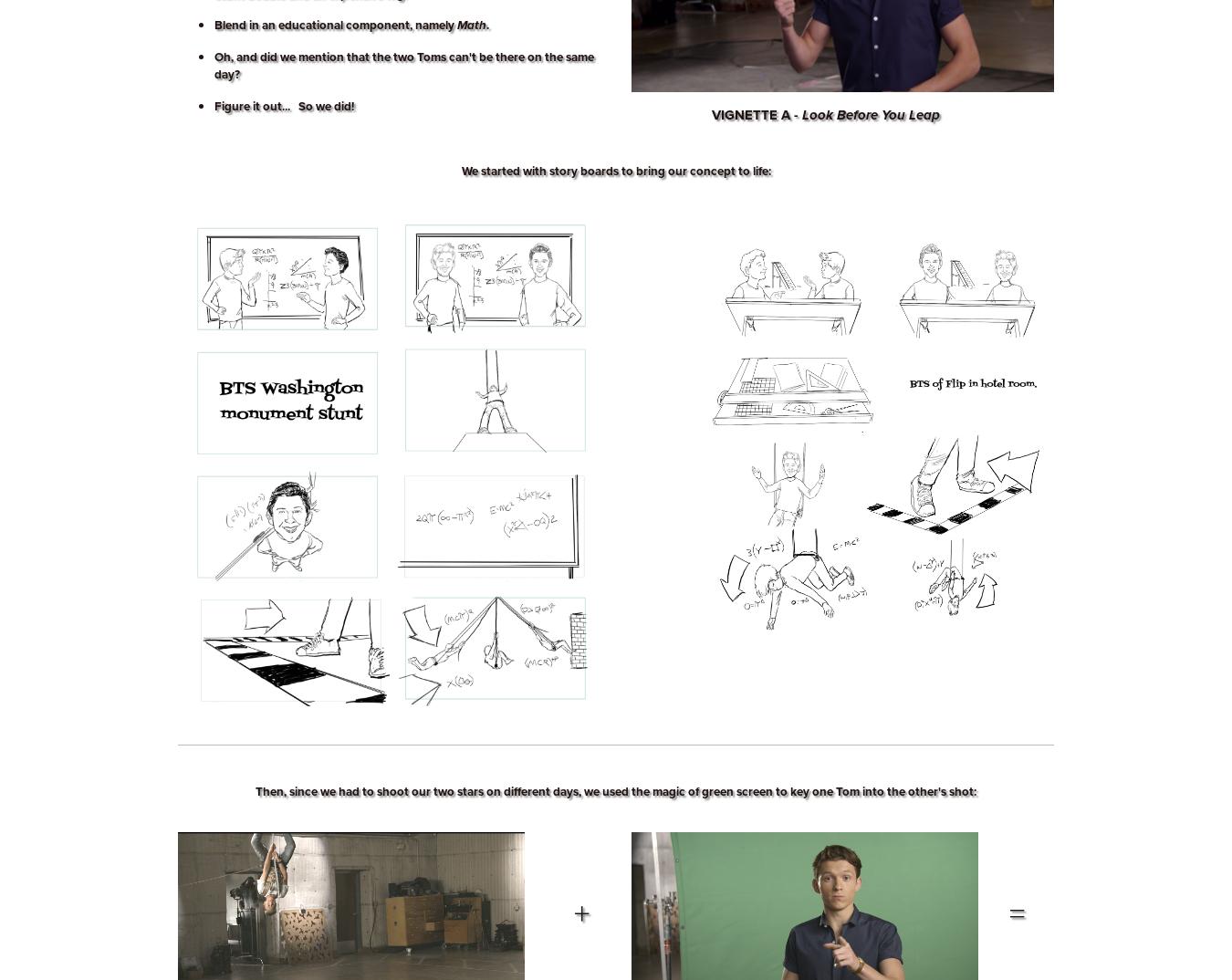 This screenshot has width=1232, height=980. What do you see at coordinates (336, 24) in the screenshot?
I see `'Blend in an educational component, namely'` at bounding box center [336, 24].